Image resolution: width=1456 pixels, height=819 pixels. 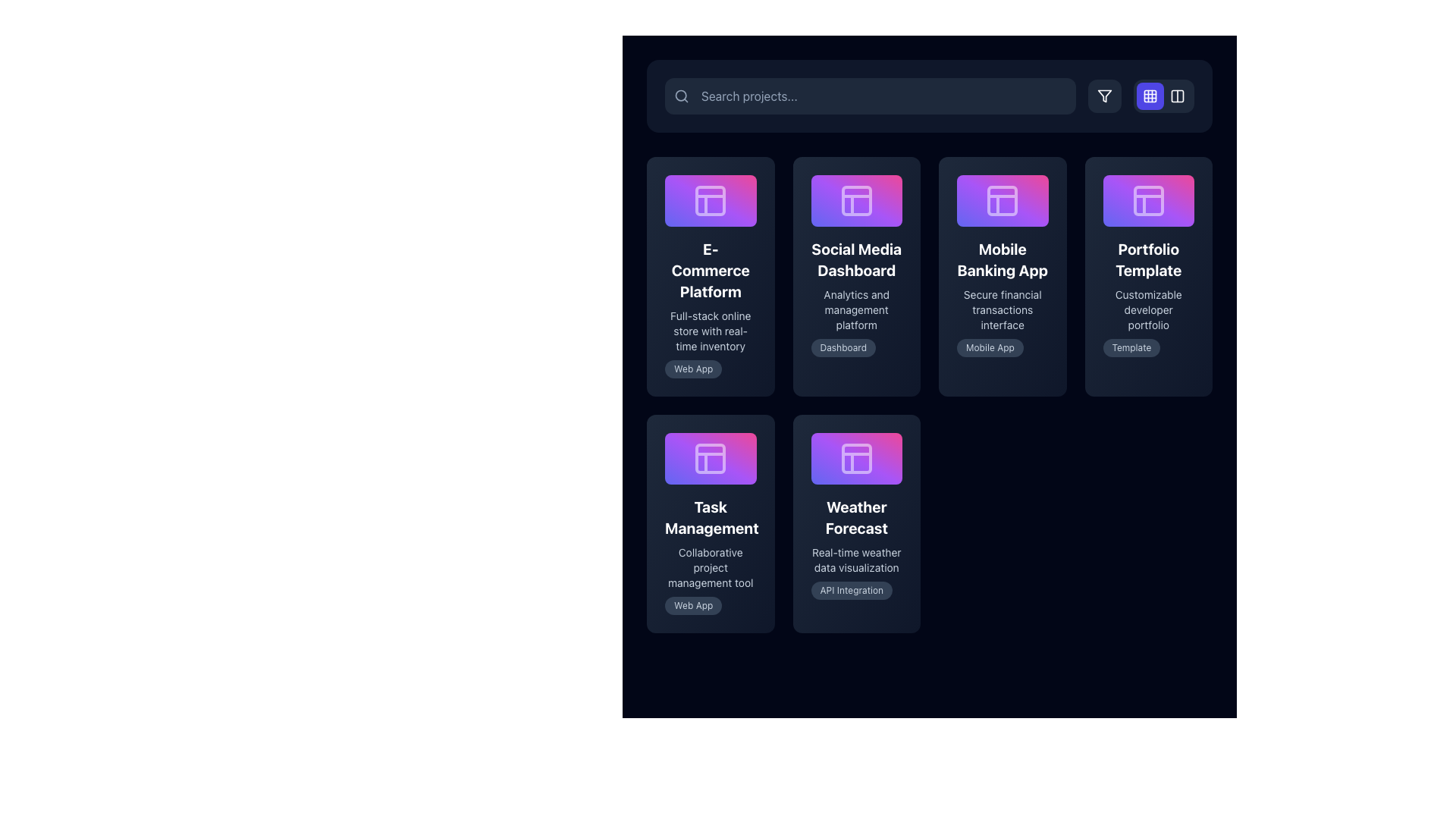 What do you see at coordinates (710, 555) in the screenshot?
I see `the Structured text block containing the text 'Task Management' with a badge 'Web App' in the bottom-left of the grid layout` at bounding box center [710, 555].